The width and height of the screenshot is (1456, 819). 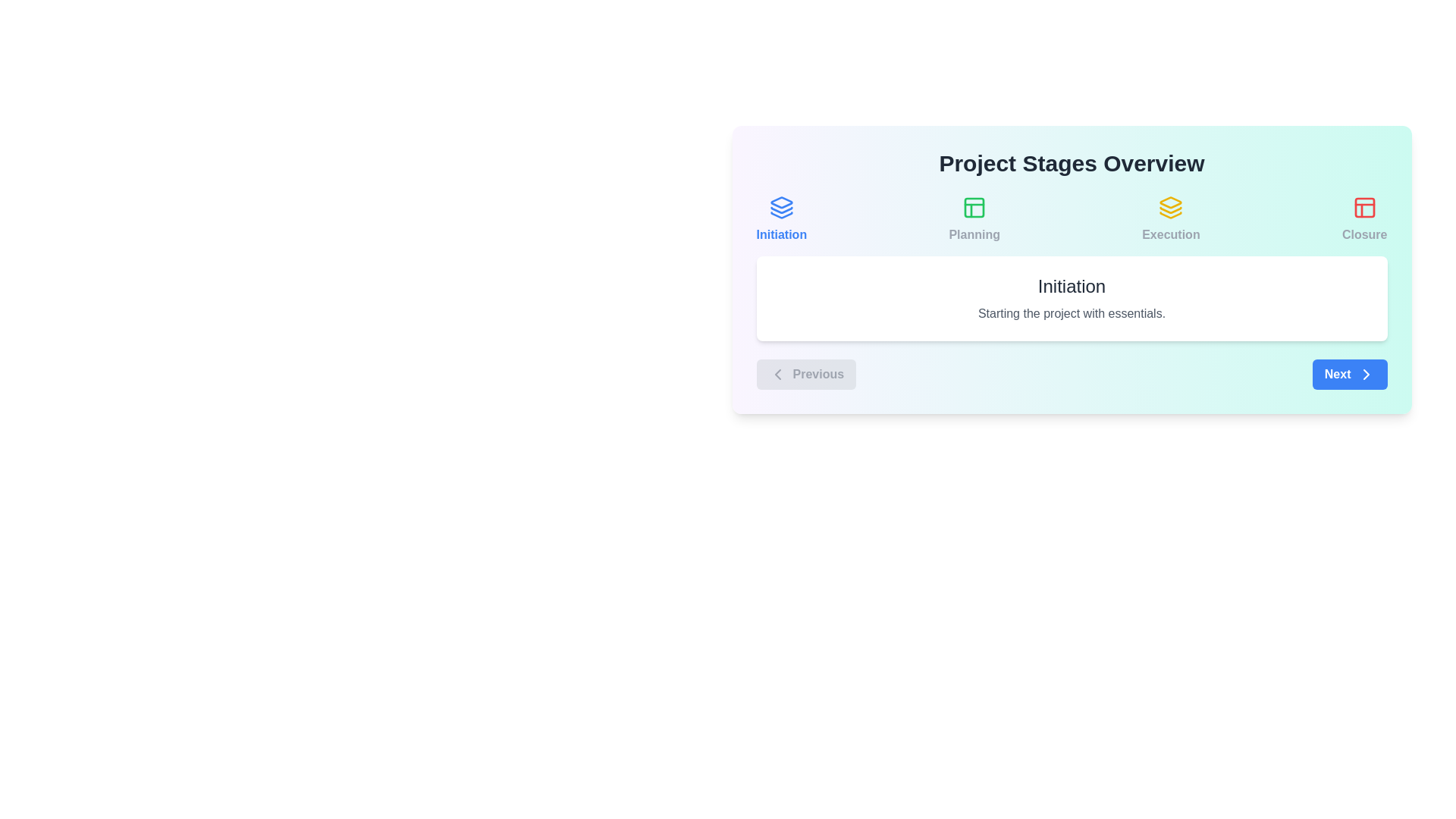 I want to click on the final stage icon labeled as 'Closure' in the Project Stages Overview panel, so click(x=1364, y=207).